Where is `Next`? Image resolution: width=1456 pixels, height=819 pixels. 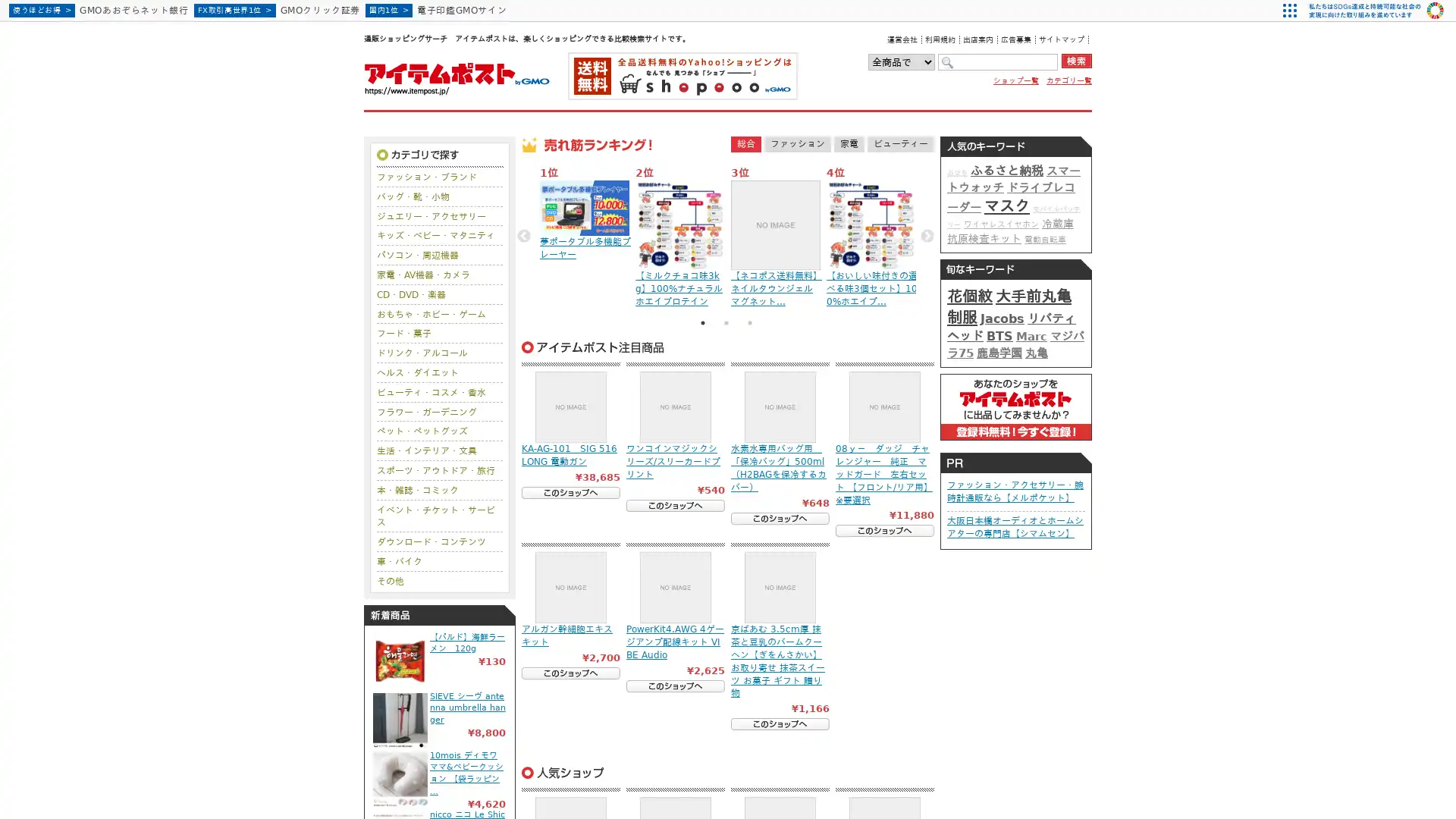 Next is located at coordinates (927, 237).